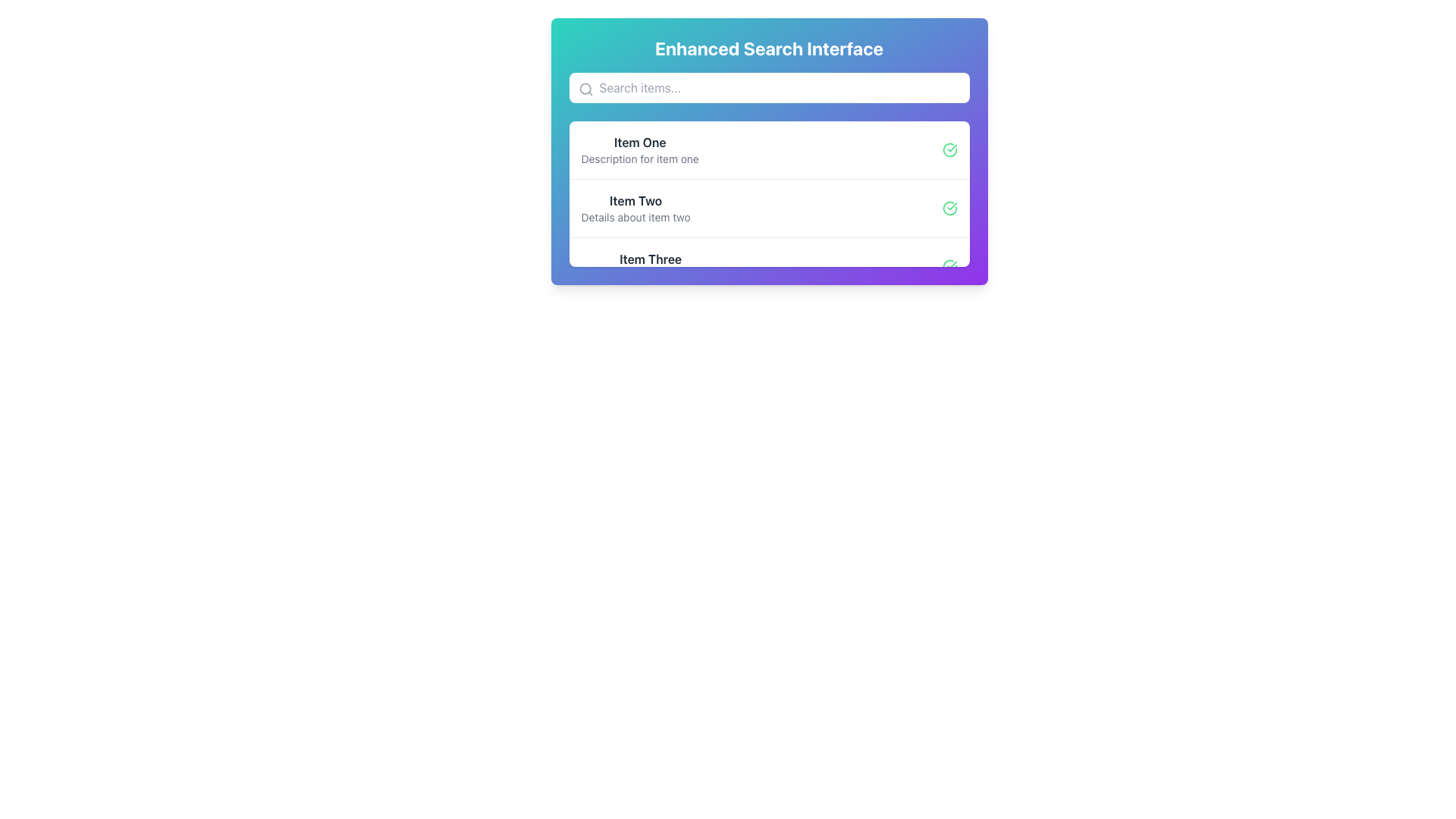 Image resolution: width=1456 pixels, height=819 pixels. Describe the element at coordinates (769, 48) in the screenshot. I see `the text header labeled 'Enhanced Search Interface' which is styled in bold white font against a teal-to-purple gradient background` at that location.